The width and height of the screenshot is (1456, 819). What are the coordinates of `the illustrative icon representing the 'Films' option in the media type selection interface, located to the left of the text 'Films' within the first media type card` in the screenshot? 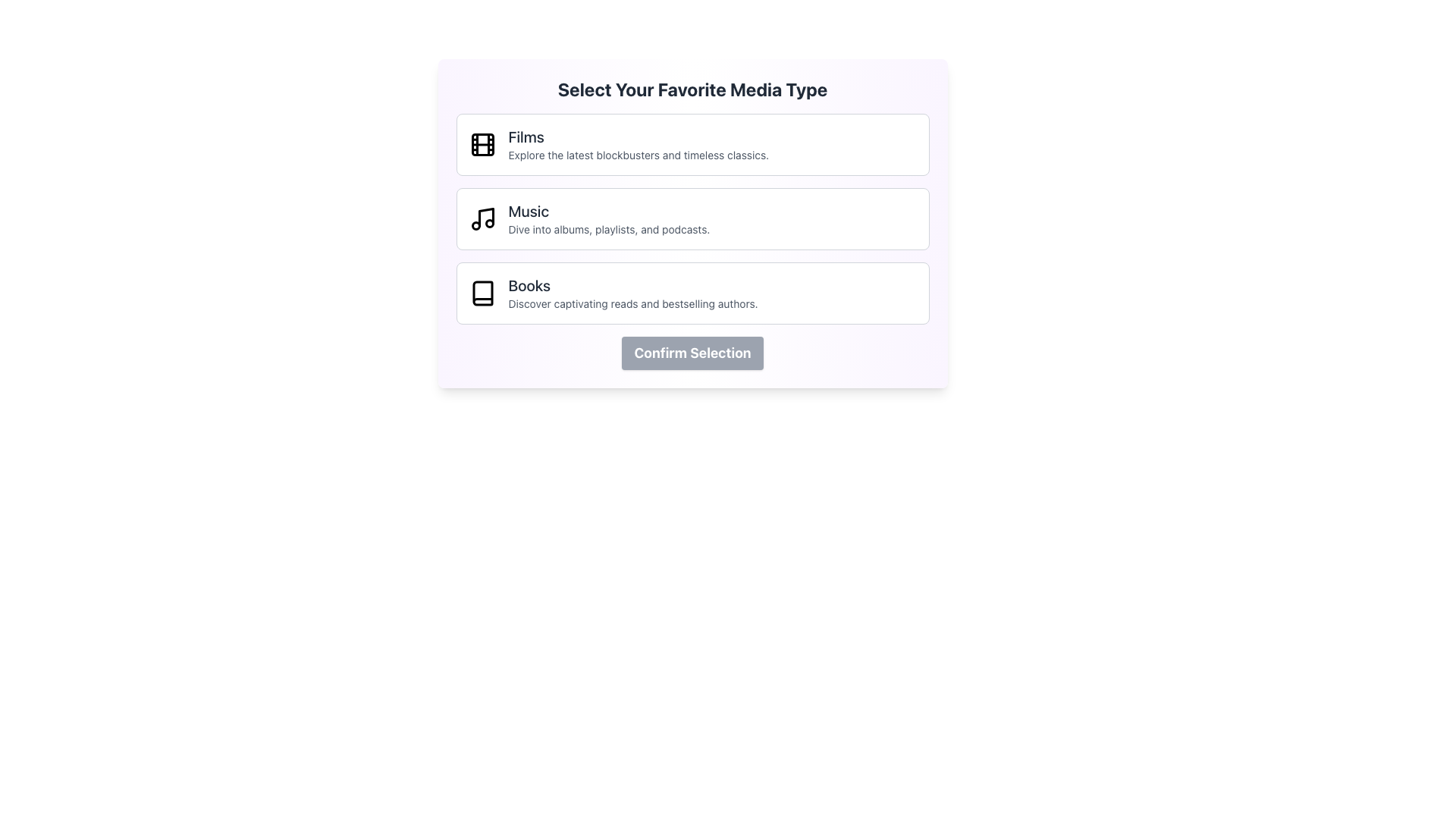 It's located at (482, 145).